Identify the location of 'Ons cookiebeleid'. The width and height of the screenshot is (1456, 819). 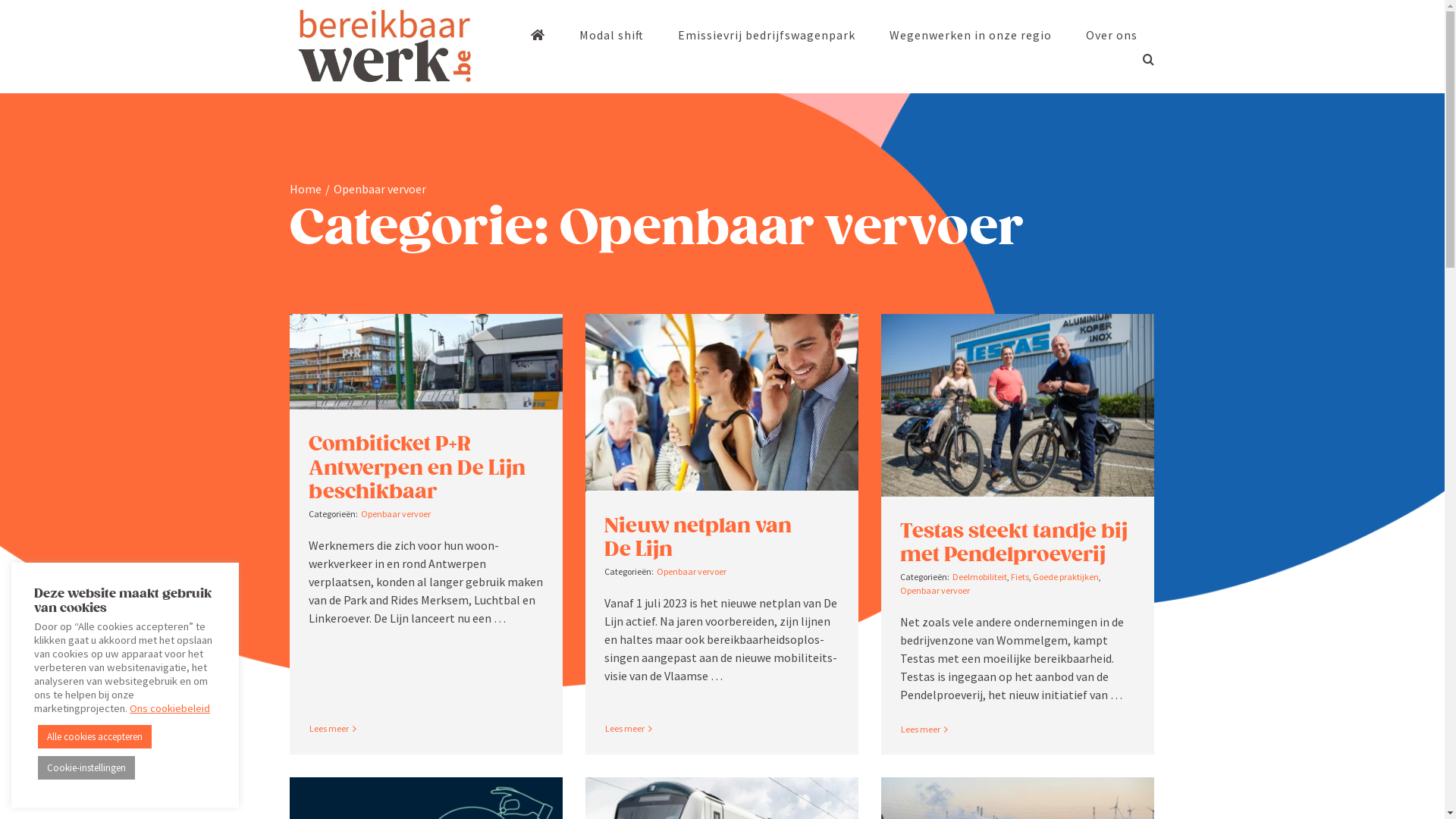
(170, 708).